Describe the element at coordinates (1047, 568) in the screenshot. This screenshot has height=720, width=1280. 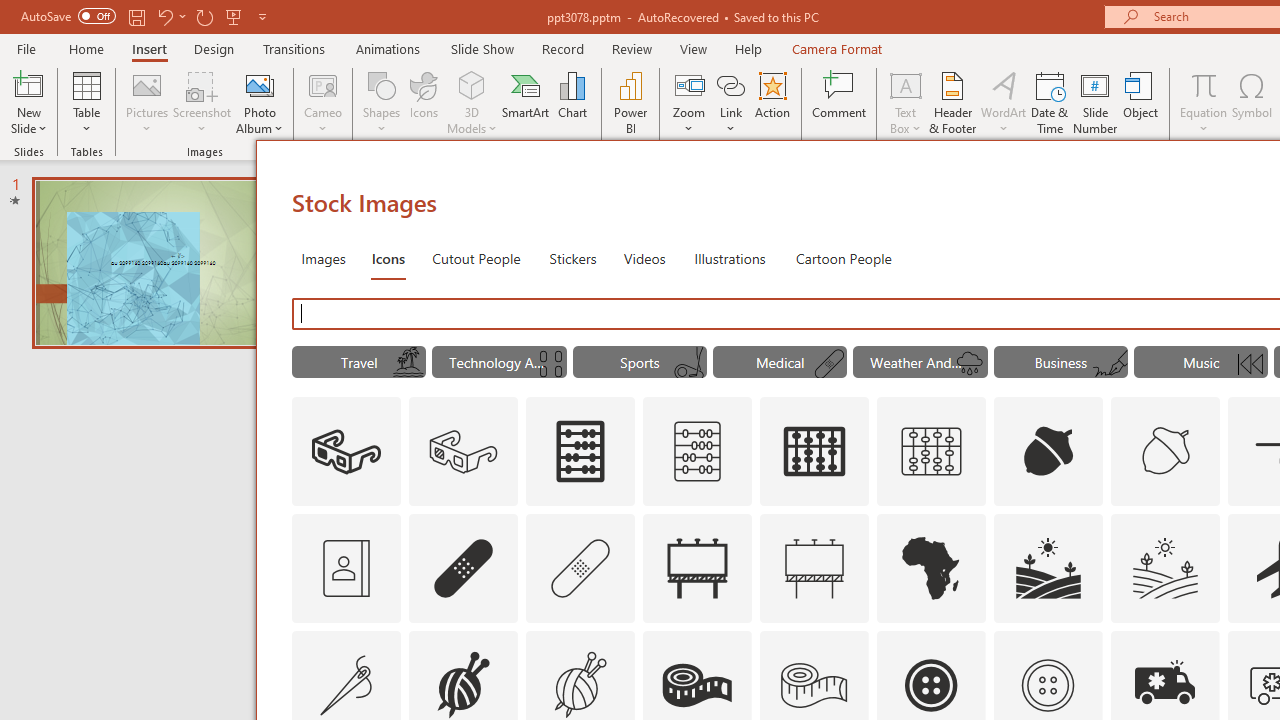
I see `'AutomationID: Icons_Agriculture'` at that location.